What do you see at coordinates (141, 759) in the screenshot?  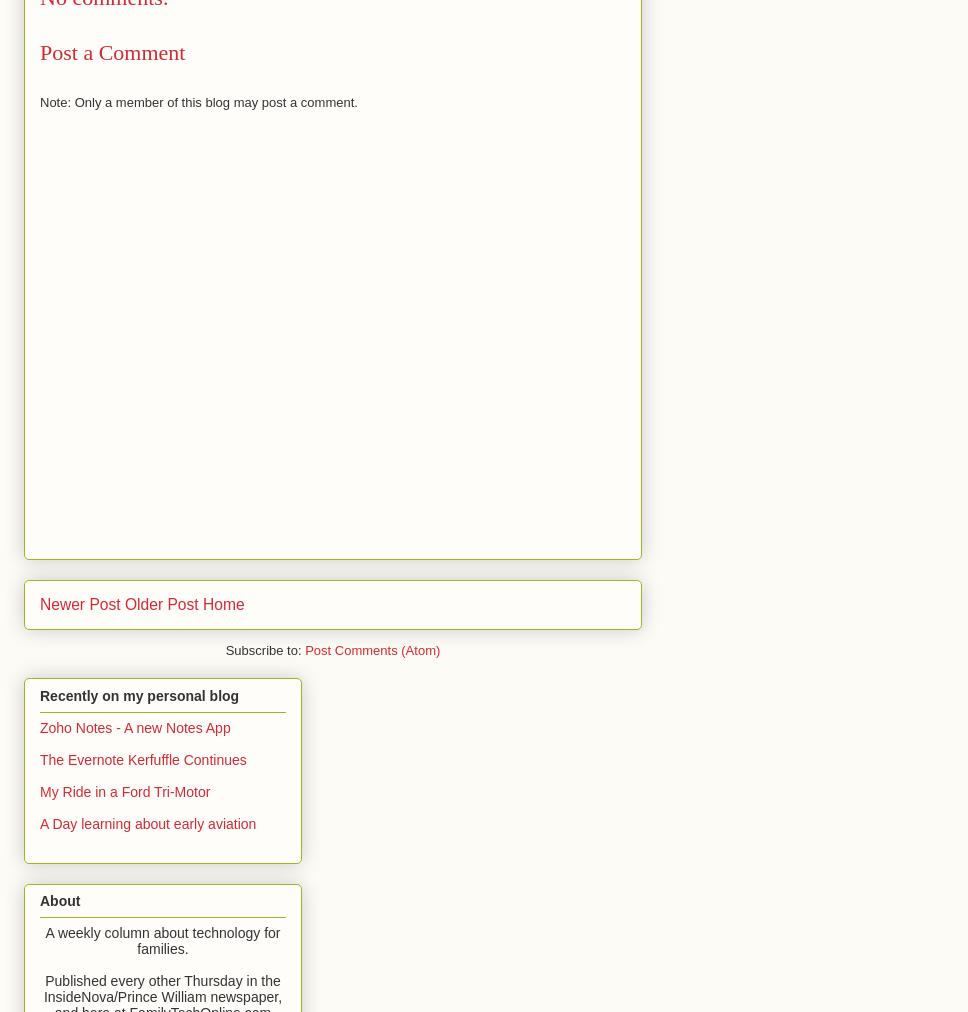 I see `'The Evernote Kerfuffle Continues'` at bounding box center [141, 759].